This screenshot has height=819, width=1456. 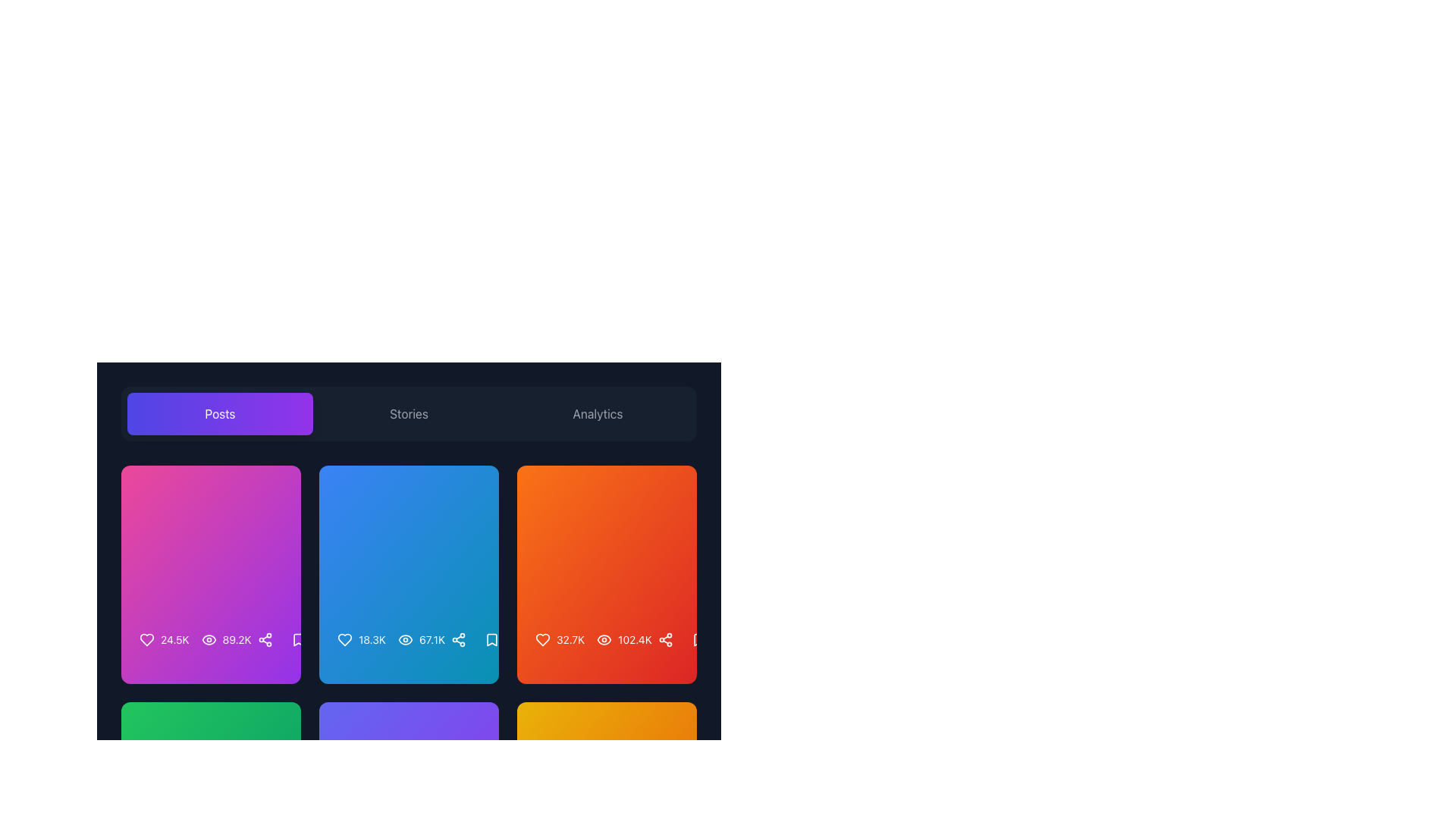 What do you see at coordinates (208, 640) in the screenshot?
I see `the visibility icon located in the bottom right corner of the first card in the first row, which signifies the visibility state and may allow users to toggle visibility` at bounding box center [208, 640].